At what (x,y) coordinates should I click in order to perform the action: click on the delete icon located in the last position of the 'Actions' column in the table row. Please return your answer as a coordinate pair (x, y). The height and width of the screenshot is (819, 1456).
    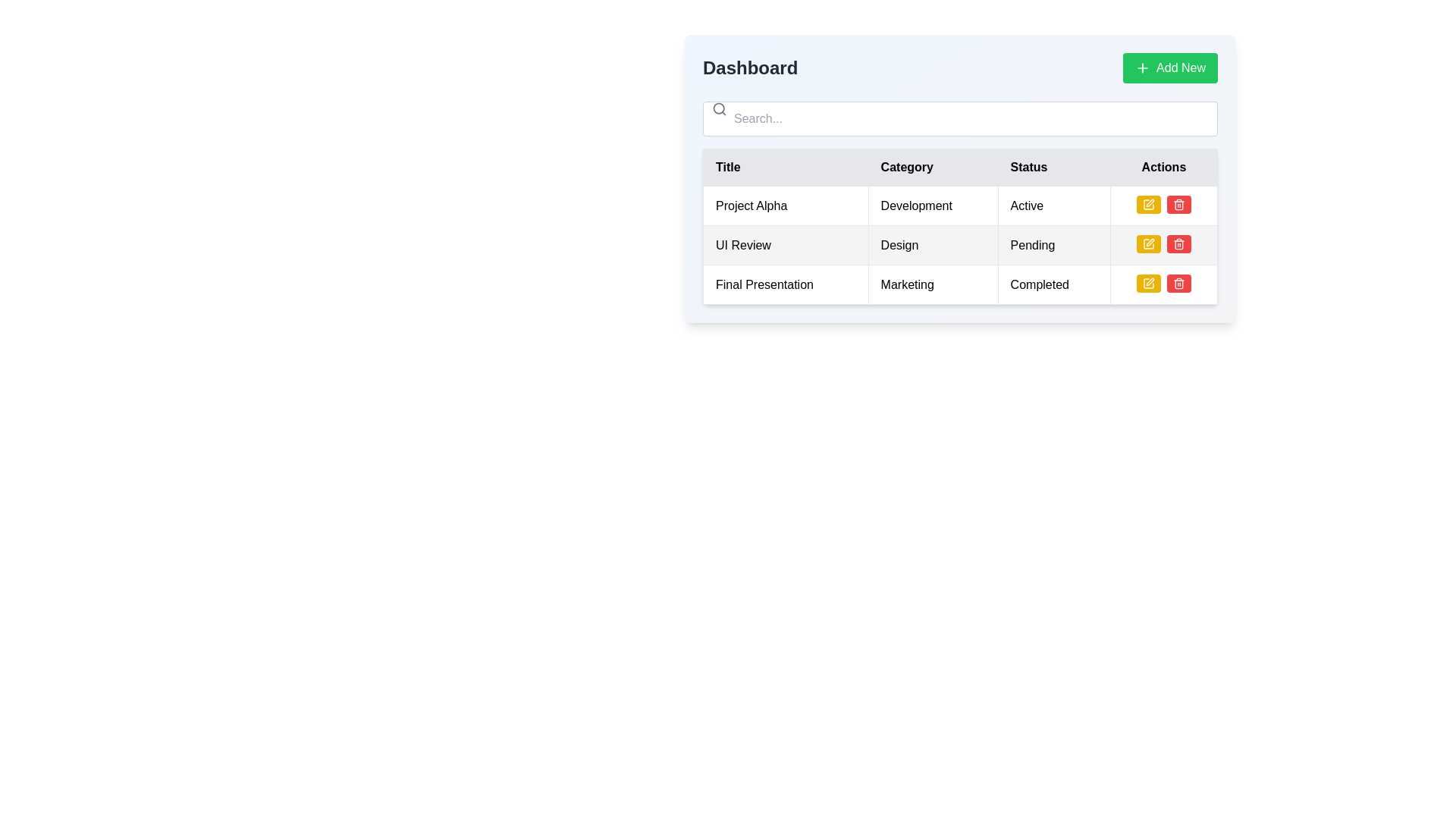
    Looking at the image, I should click on (1178, 284).